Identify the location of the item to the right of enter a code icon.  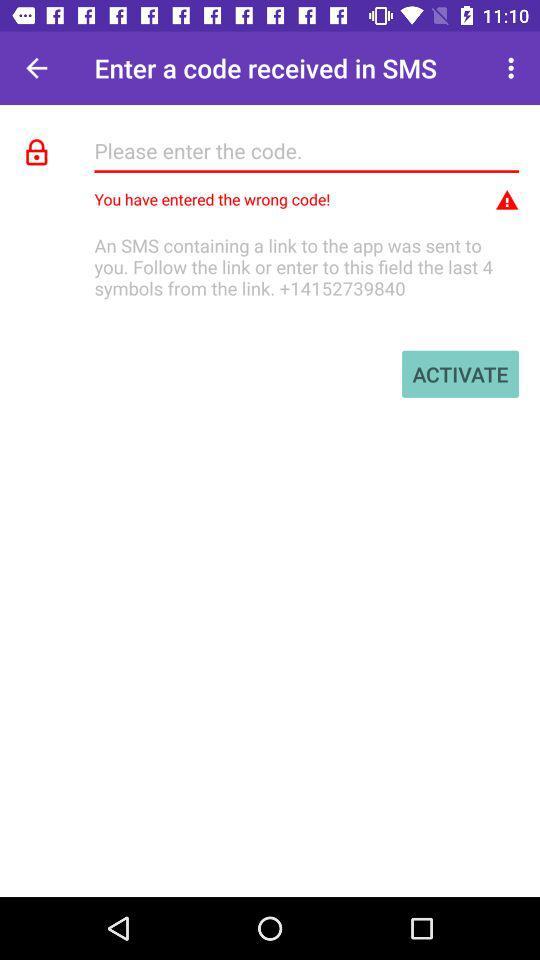
(513, 68).